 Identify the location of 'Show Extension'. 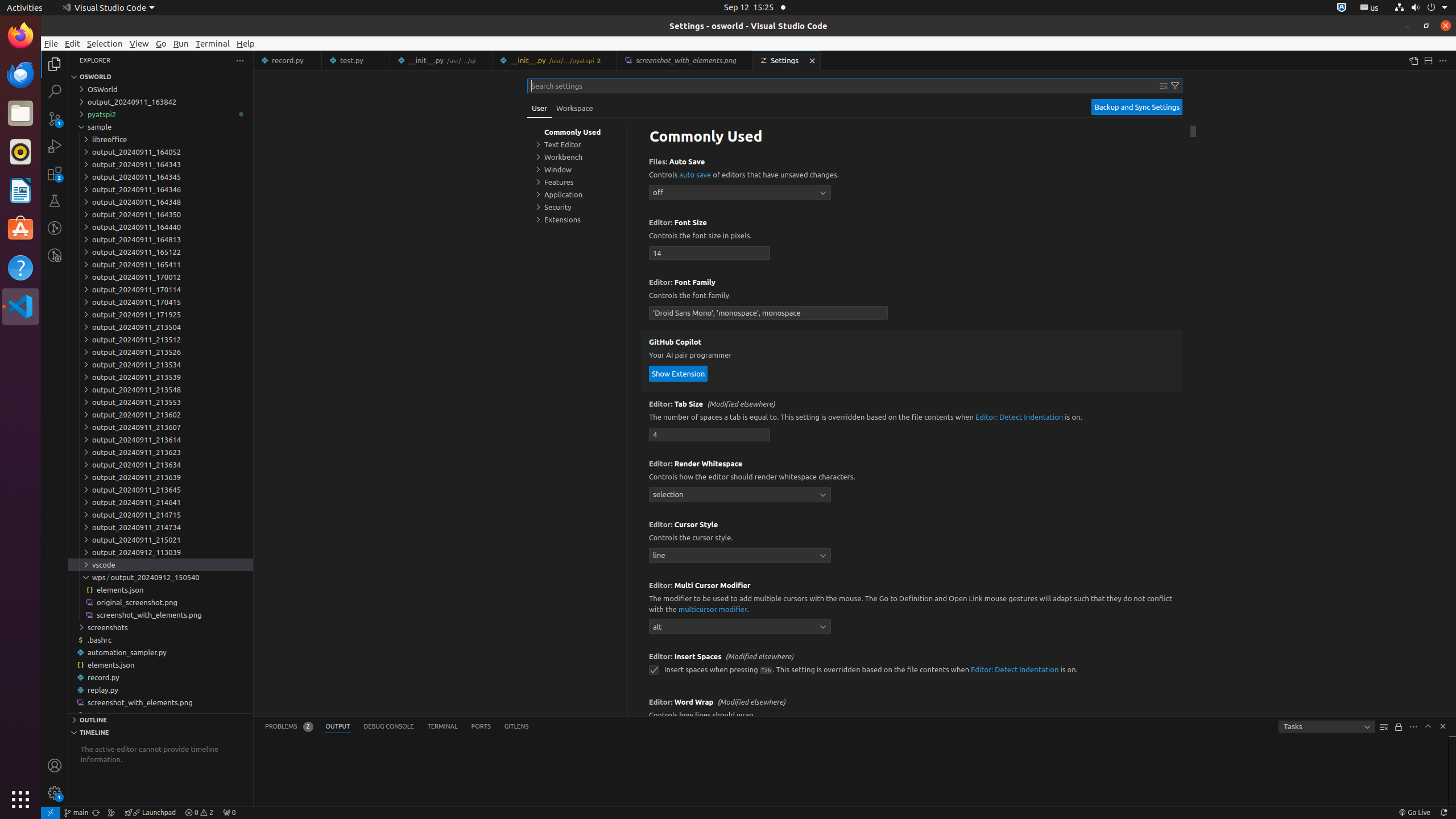
(677, 373).